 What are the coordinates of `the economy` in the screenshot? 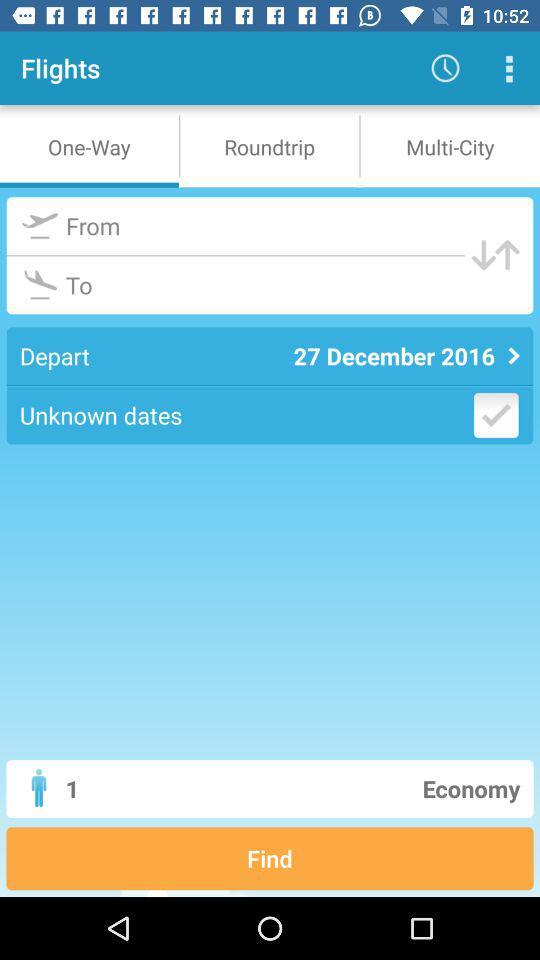 It's located at (345, 788).